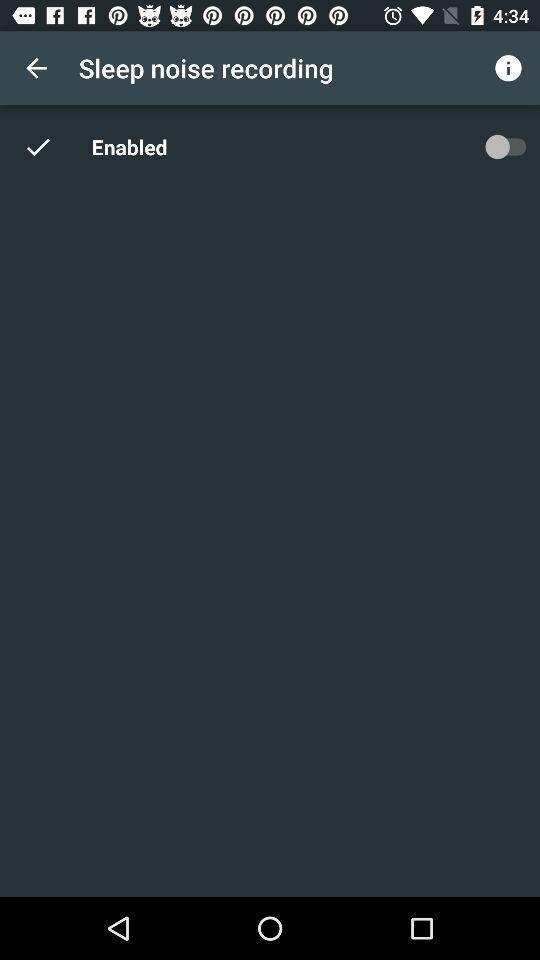 This screenshot has width=540, height=960. What do you see at coordinates (133, 145) in the screenshot?
I see `item below sleep noise recording` at bounding box center [133, 145].